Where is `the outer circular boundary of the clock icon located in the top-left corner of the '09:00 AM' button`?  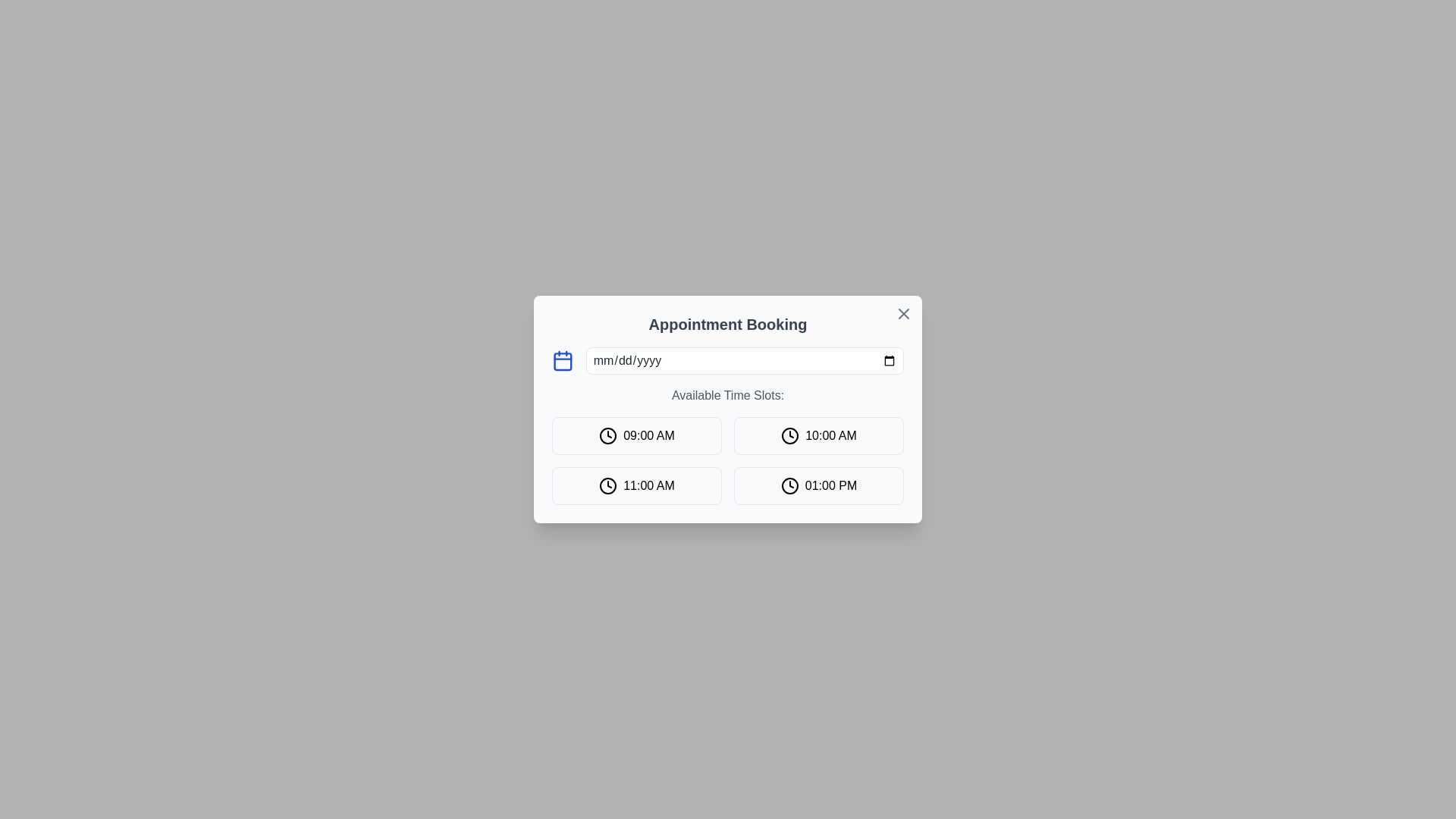 the outer circular boundary of the clock icon located in the top-left corner of the '09:00 AM' button is located at coordinates (608, 435).